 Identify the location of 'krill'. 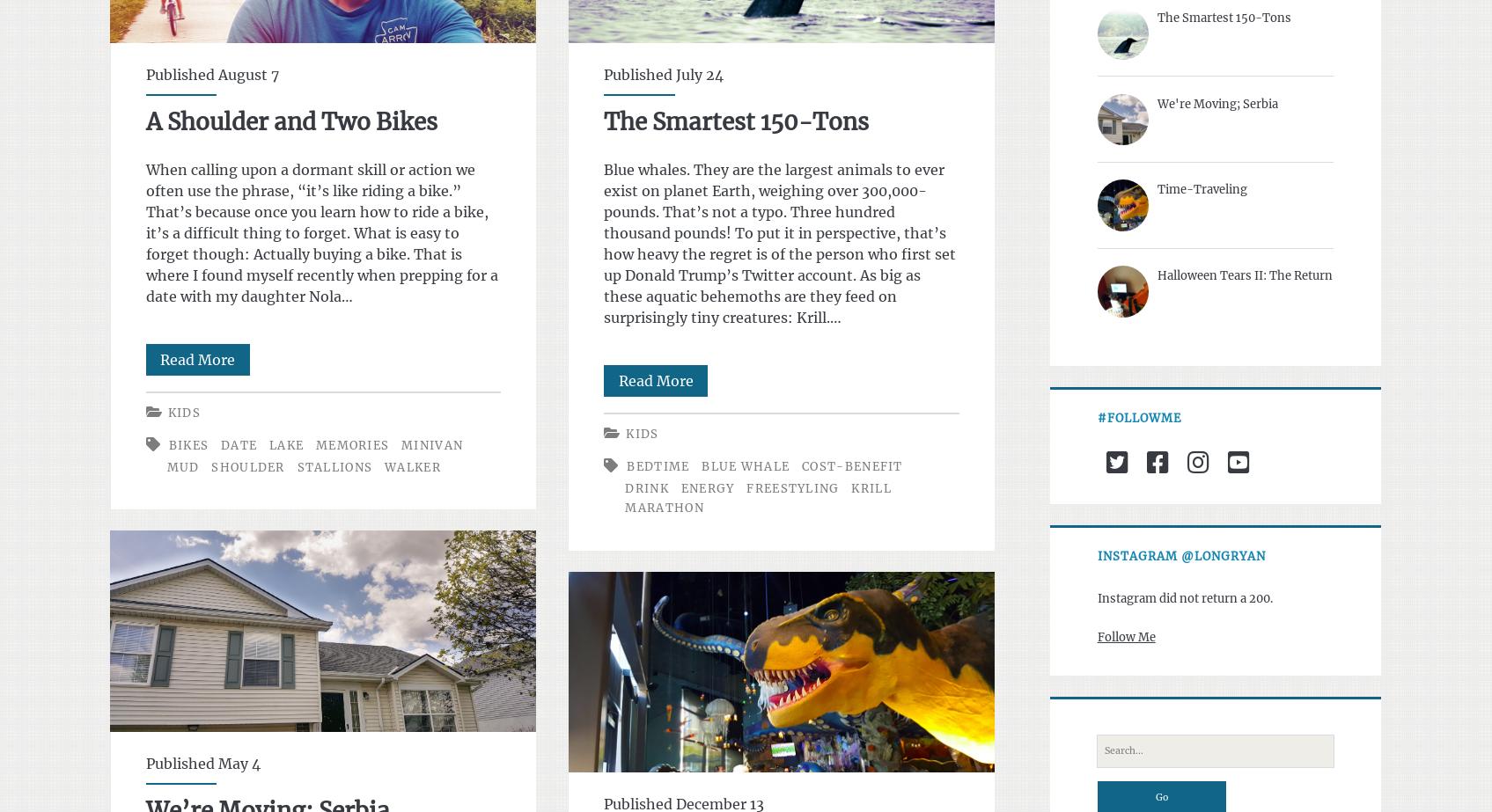
(870, 487).